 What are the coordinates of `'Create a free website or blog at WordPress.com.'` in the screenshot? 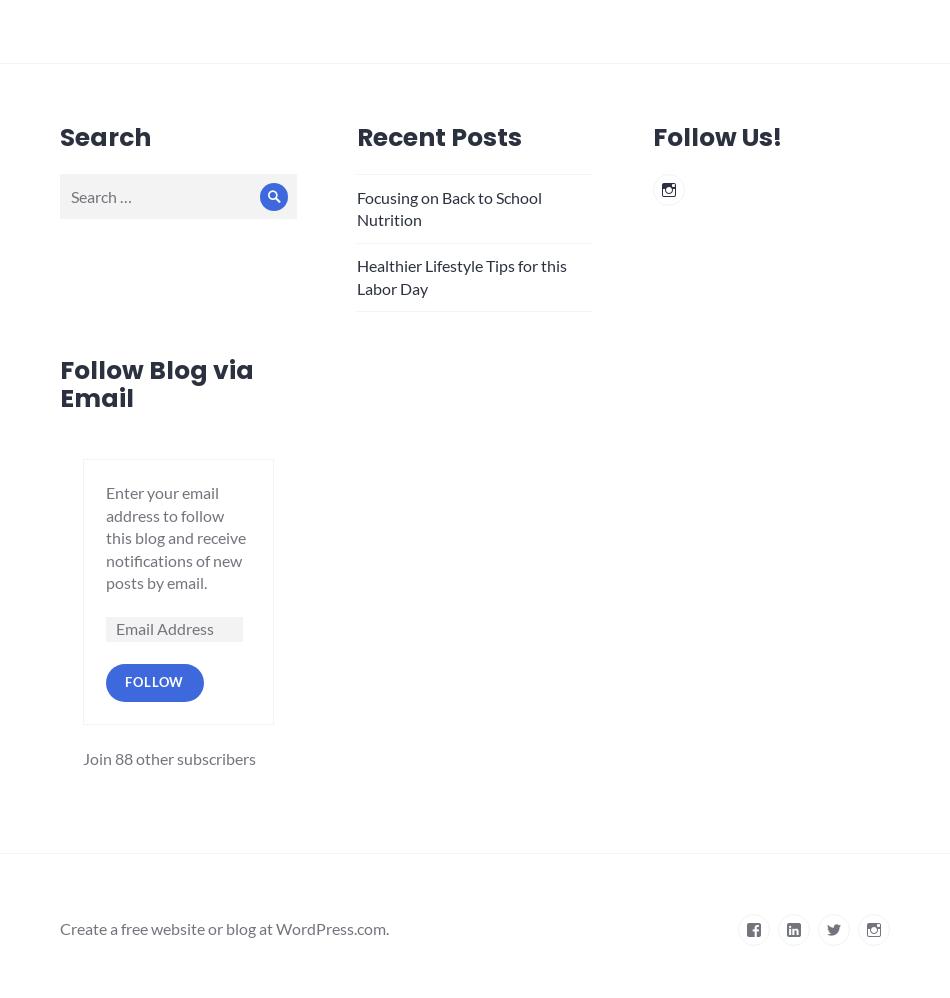 It's located at (224, 928).